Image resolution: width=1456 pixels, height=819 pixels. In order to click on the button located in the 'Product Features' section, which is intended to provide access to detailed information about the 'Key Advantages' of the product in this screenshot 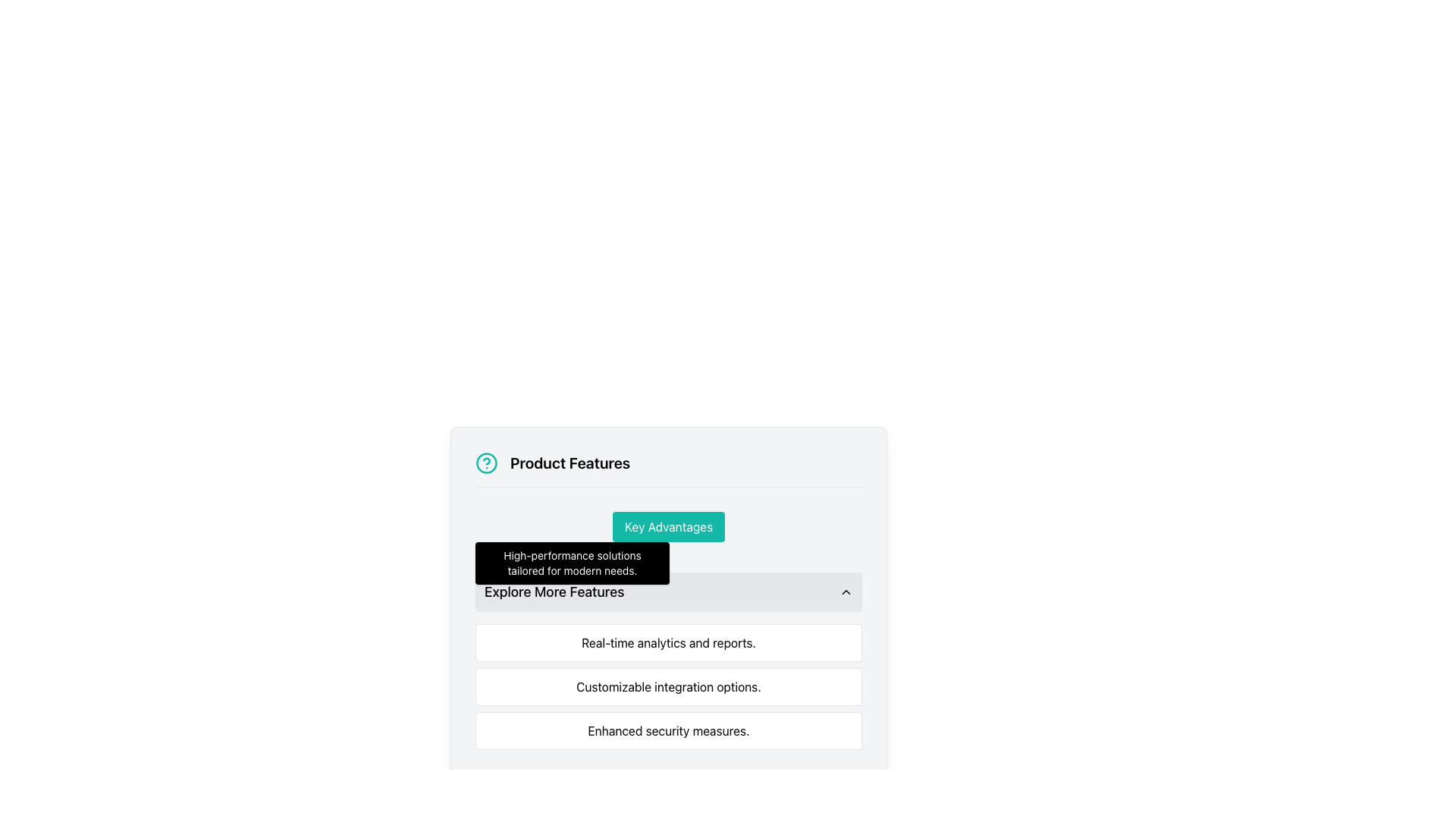, I will do `click(668, 526)`.